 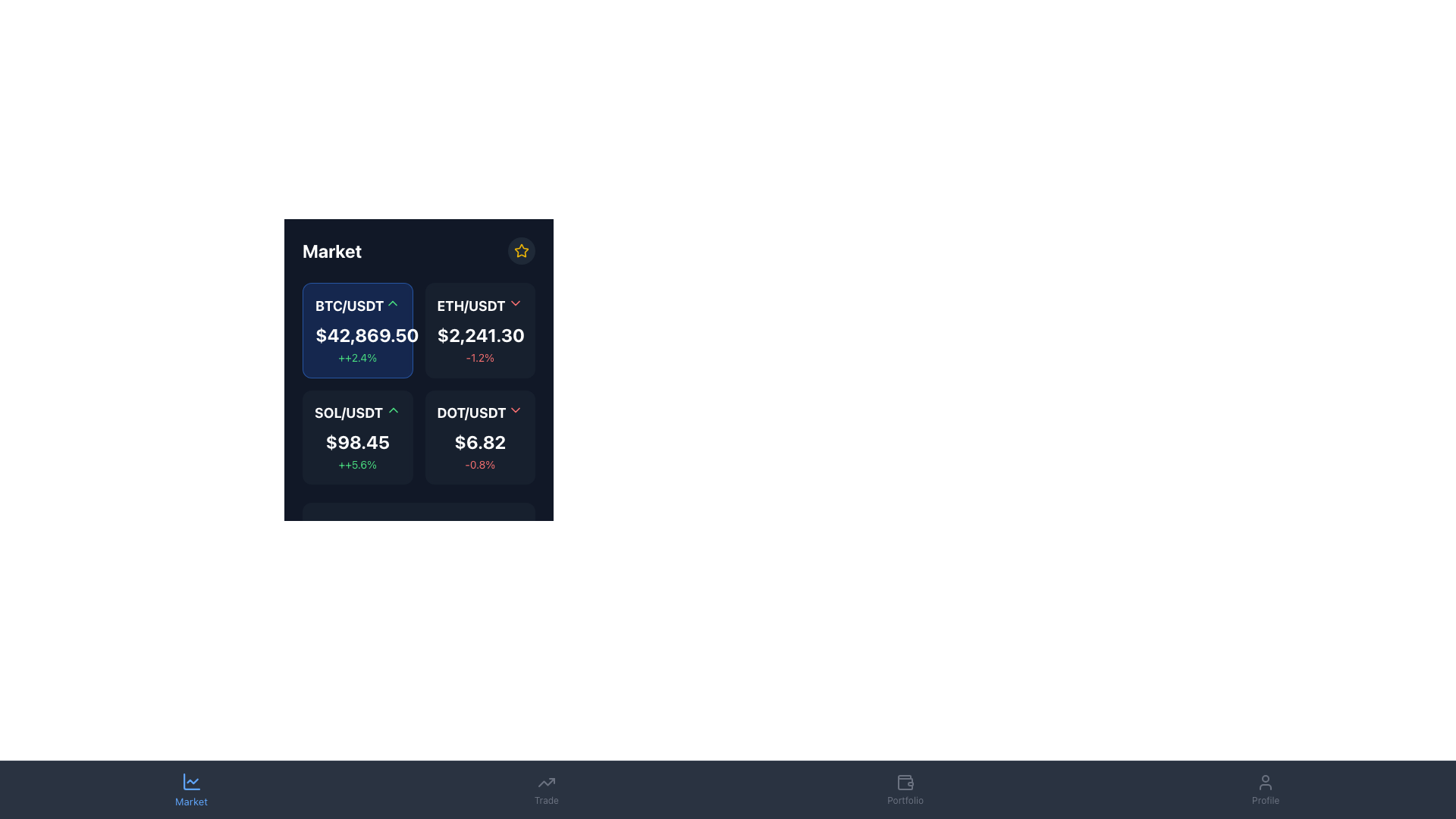 What do you see at coordinates (356, 413) in the screenshot?
I see `the Text label displaying 'SOL/USDT' with the upwards green arrow icon located in the top left corner of the financial pair card` at bounding box center [356, 413].